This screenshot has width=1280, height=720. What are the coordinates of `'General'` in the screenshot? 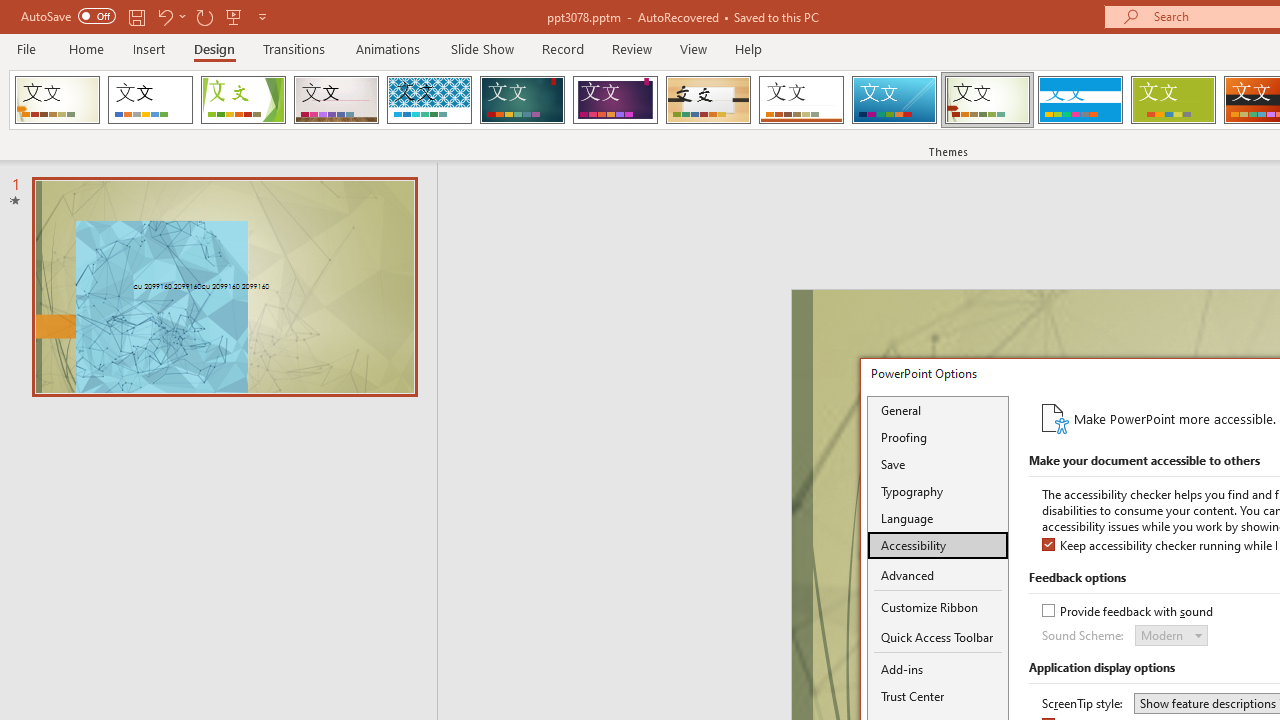 It's located at (937, 409).